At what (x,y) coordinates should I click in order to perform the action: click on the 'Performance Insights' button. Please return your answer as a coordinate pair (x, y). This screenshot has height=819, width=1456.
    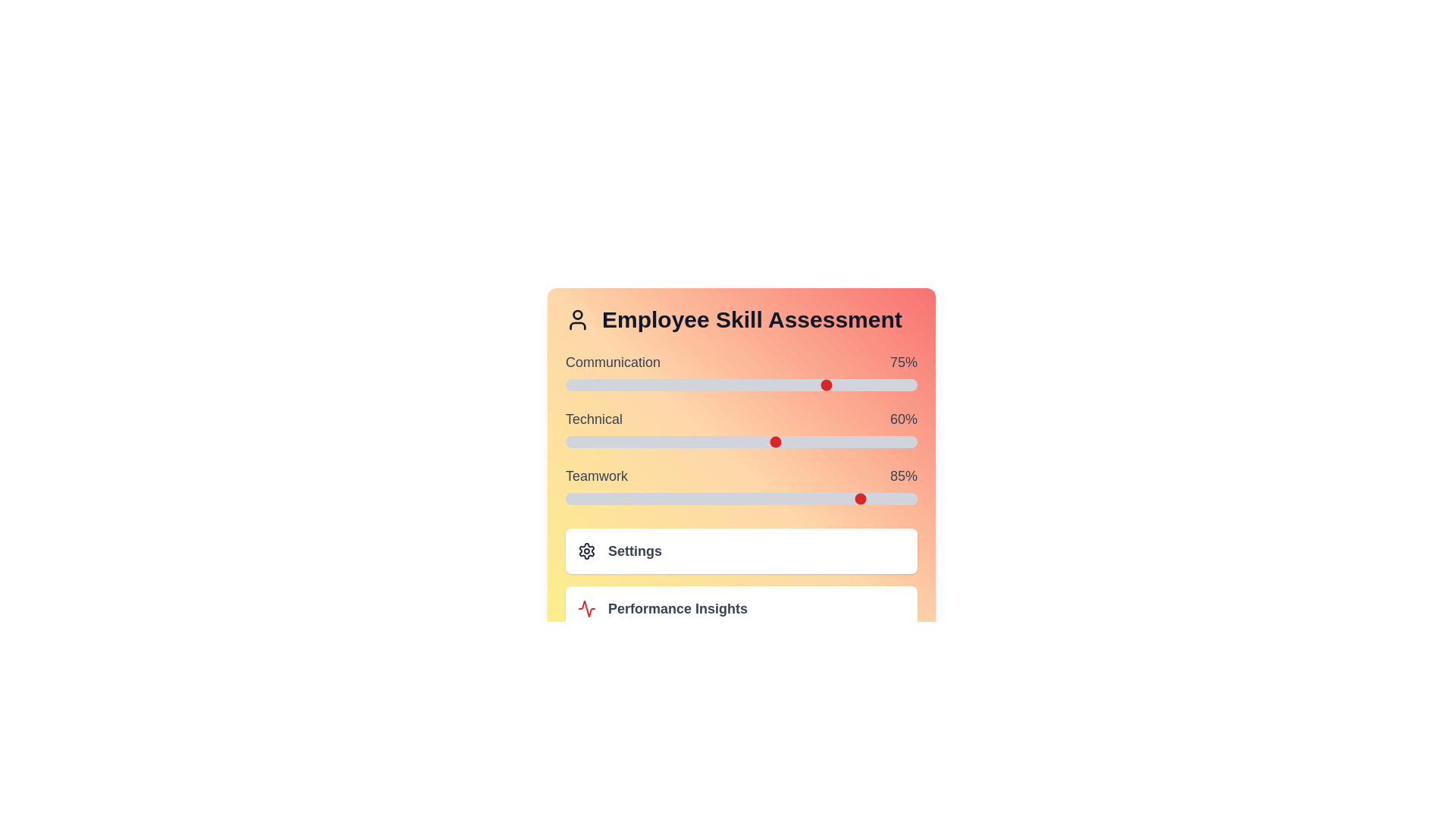
    Looking at the image, I should click on (742, 607).